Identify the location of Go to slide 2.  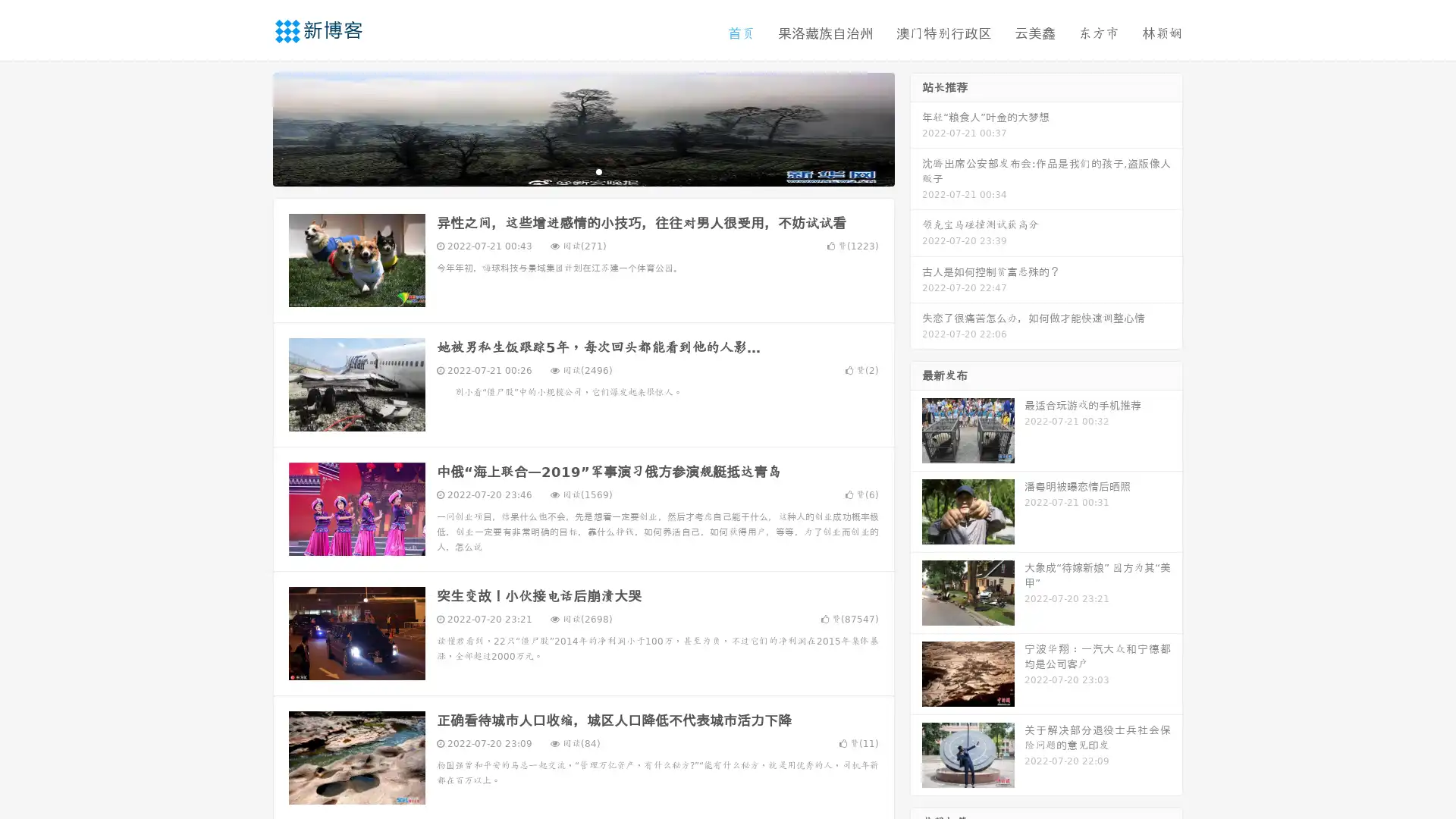
(582, 171).